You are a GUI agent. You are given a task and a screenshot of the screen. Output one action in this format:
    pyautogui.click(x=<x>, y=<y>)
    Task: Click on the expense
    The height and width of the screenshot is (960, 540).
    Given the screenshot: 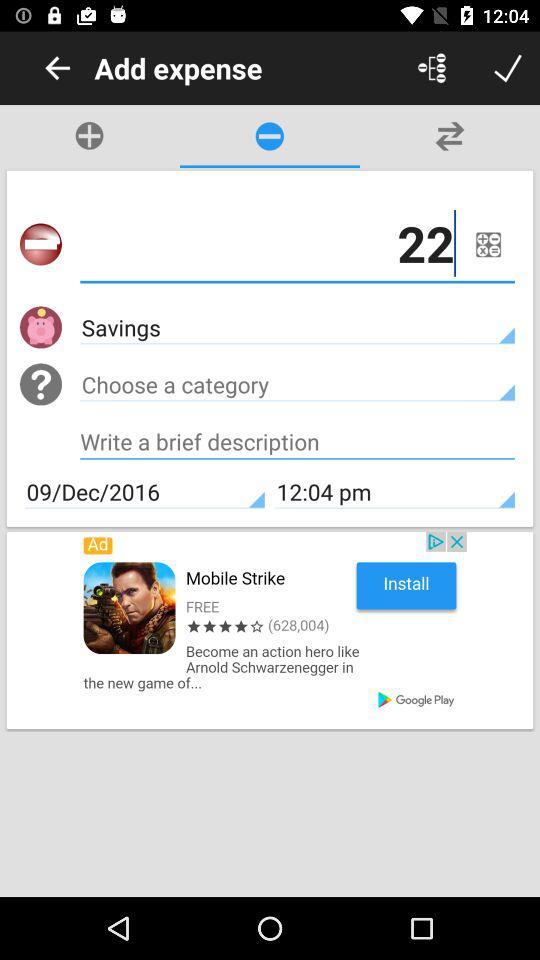 What is the action you would take?
    pyautogui.click(x=431, y=68)
    